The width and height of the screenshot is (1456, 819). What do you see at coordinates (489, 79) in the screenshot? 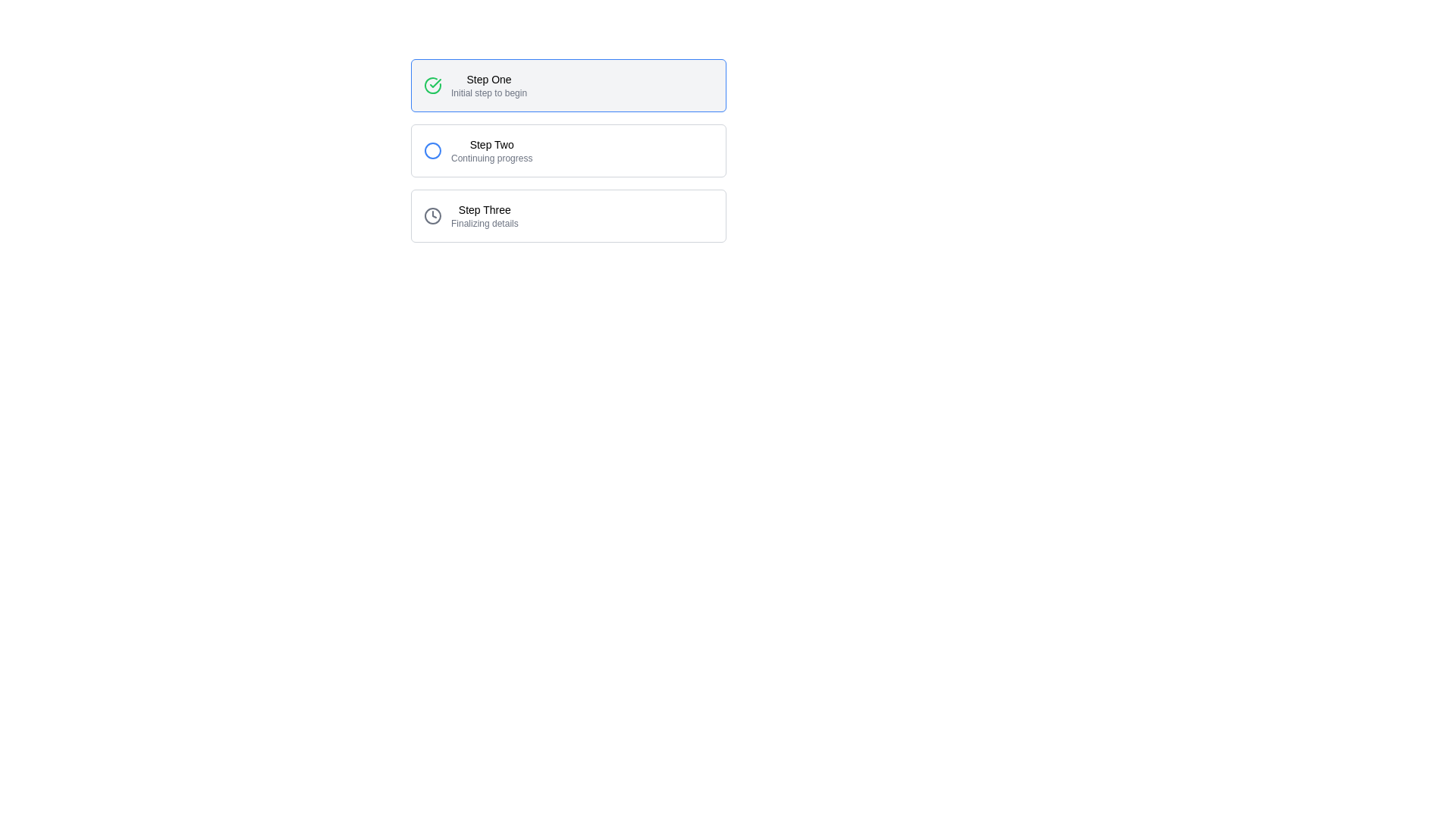
I see `the 'Step One' text label, which is a bold medium-sized font located at the top of a step indicator in a multi-step interface` at bounding box center [489, 79].